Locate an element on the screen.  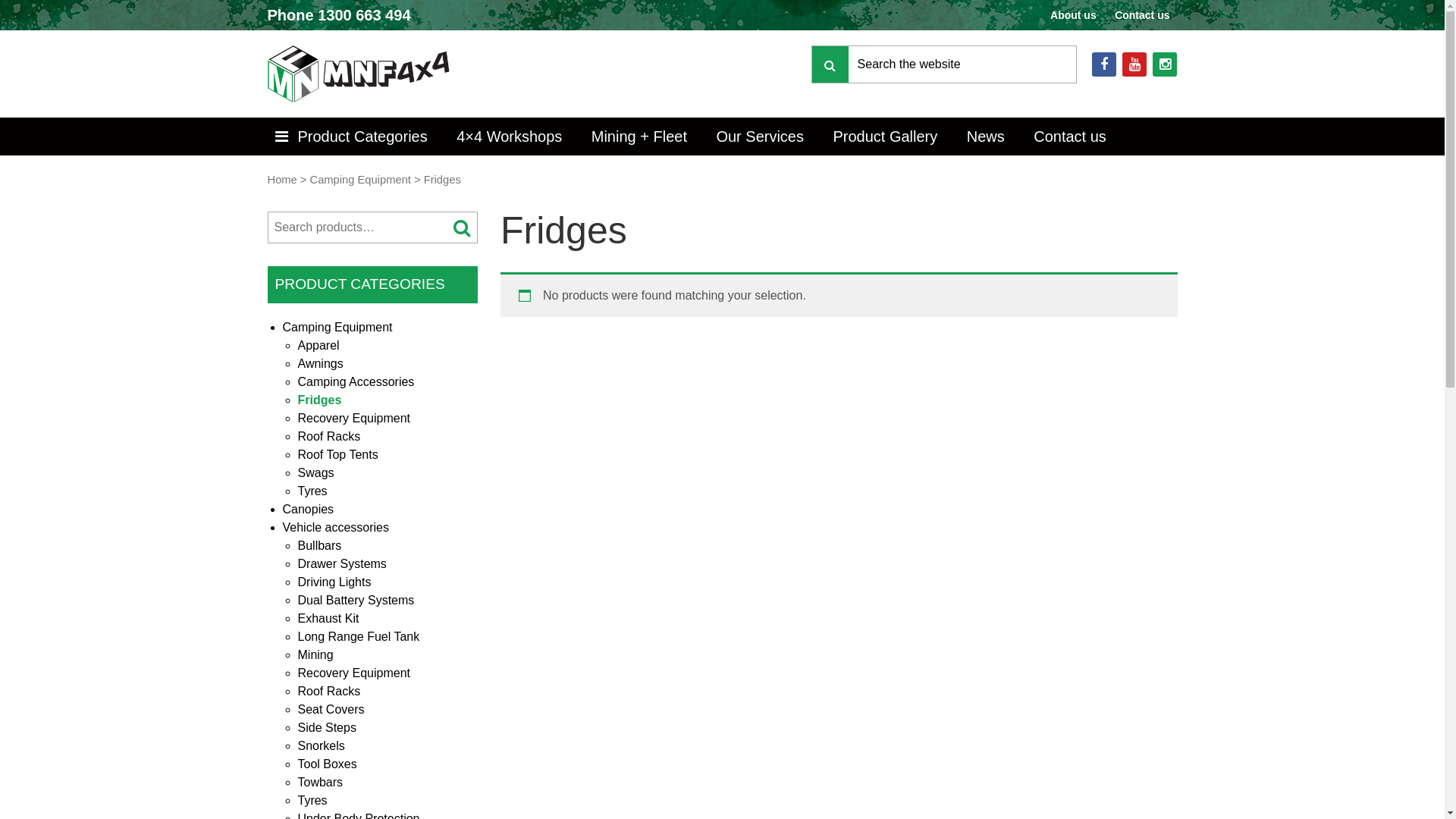
'Instagram' is located at coordinates (1164, 63).